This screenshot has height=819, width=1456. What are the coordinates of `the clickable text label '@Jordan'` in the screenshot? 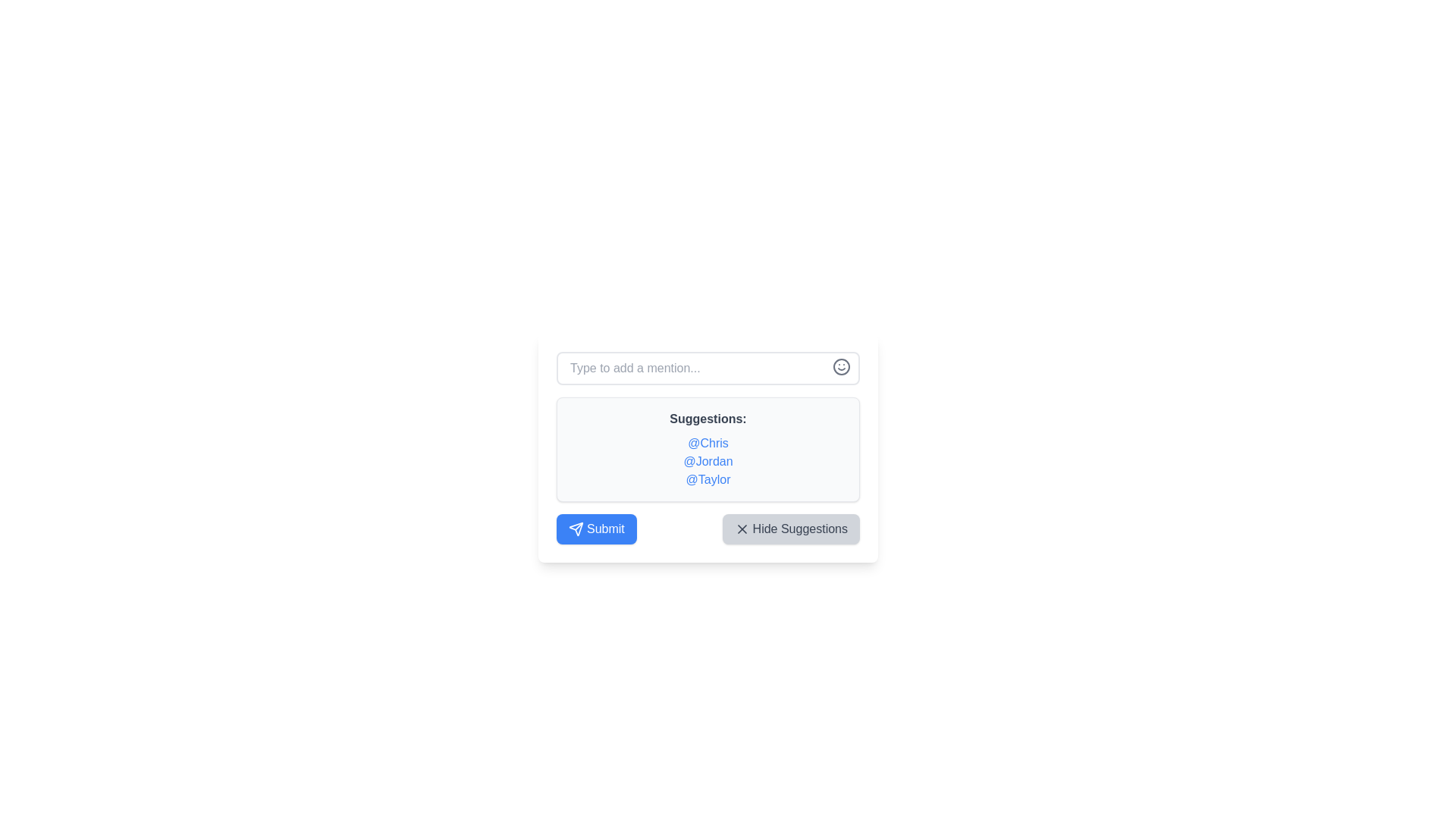 It's located at (708, 461).